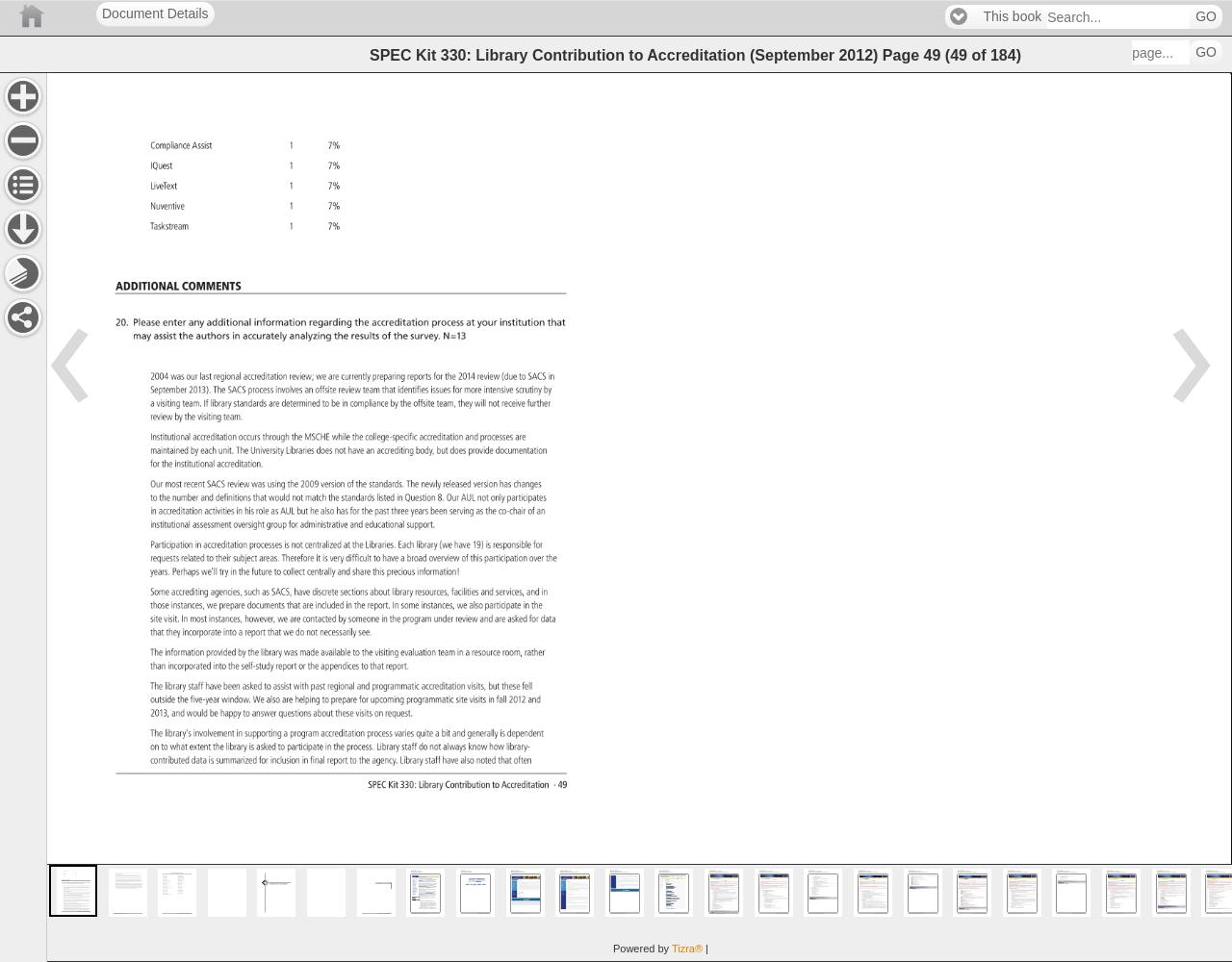 The image size is (1232, 962). Describe the element at coordinates (1016, 54) in the screenshot. I see `')'` at that location.